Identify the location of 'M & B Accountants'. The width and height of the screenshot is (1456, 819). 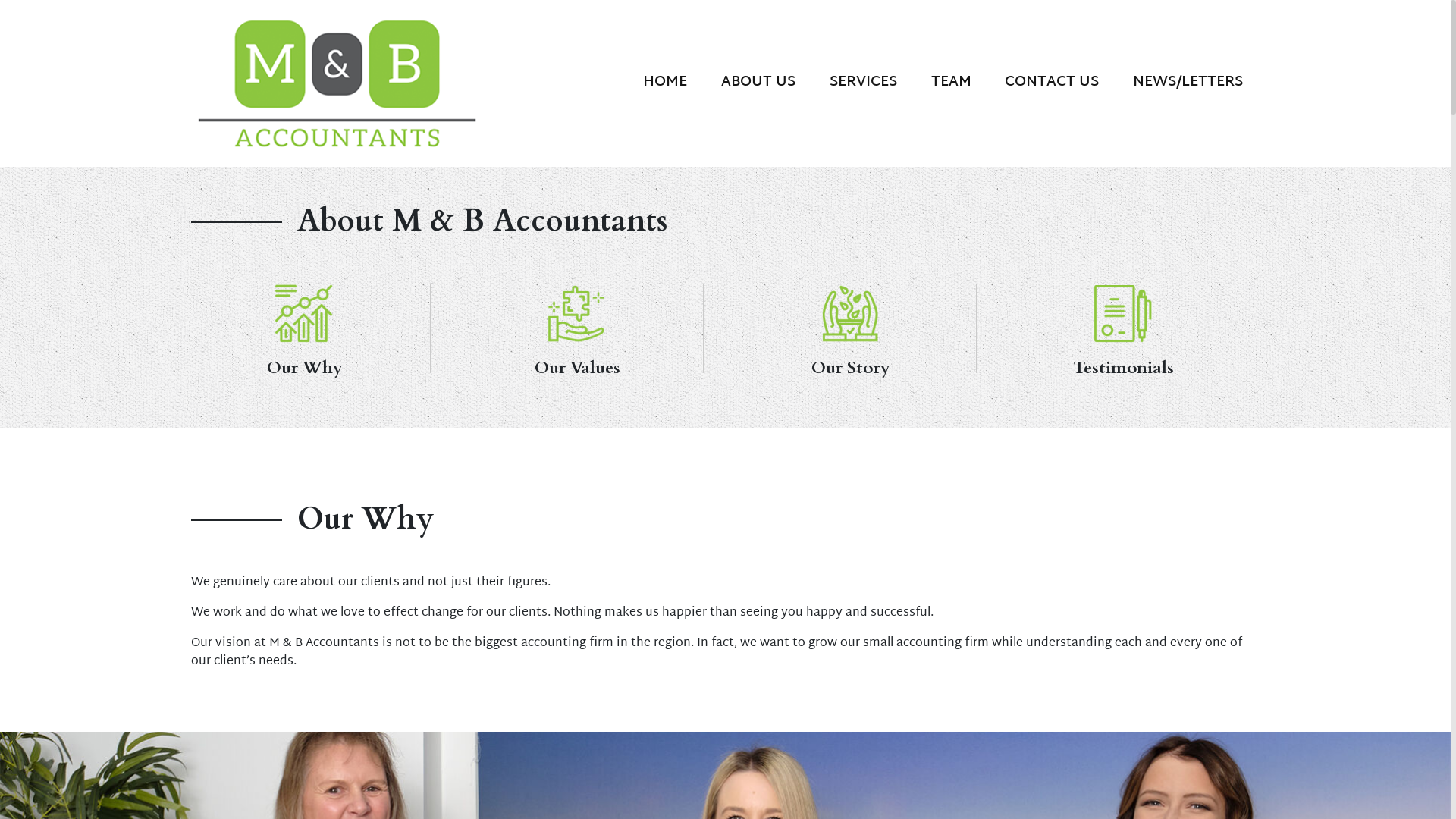
(190, 82).